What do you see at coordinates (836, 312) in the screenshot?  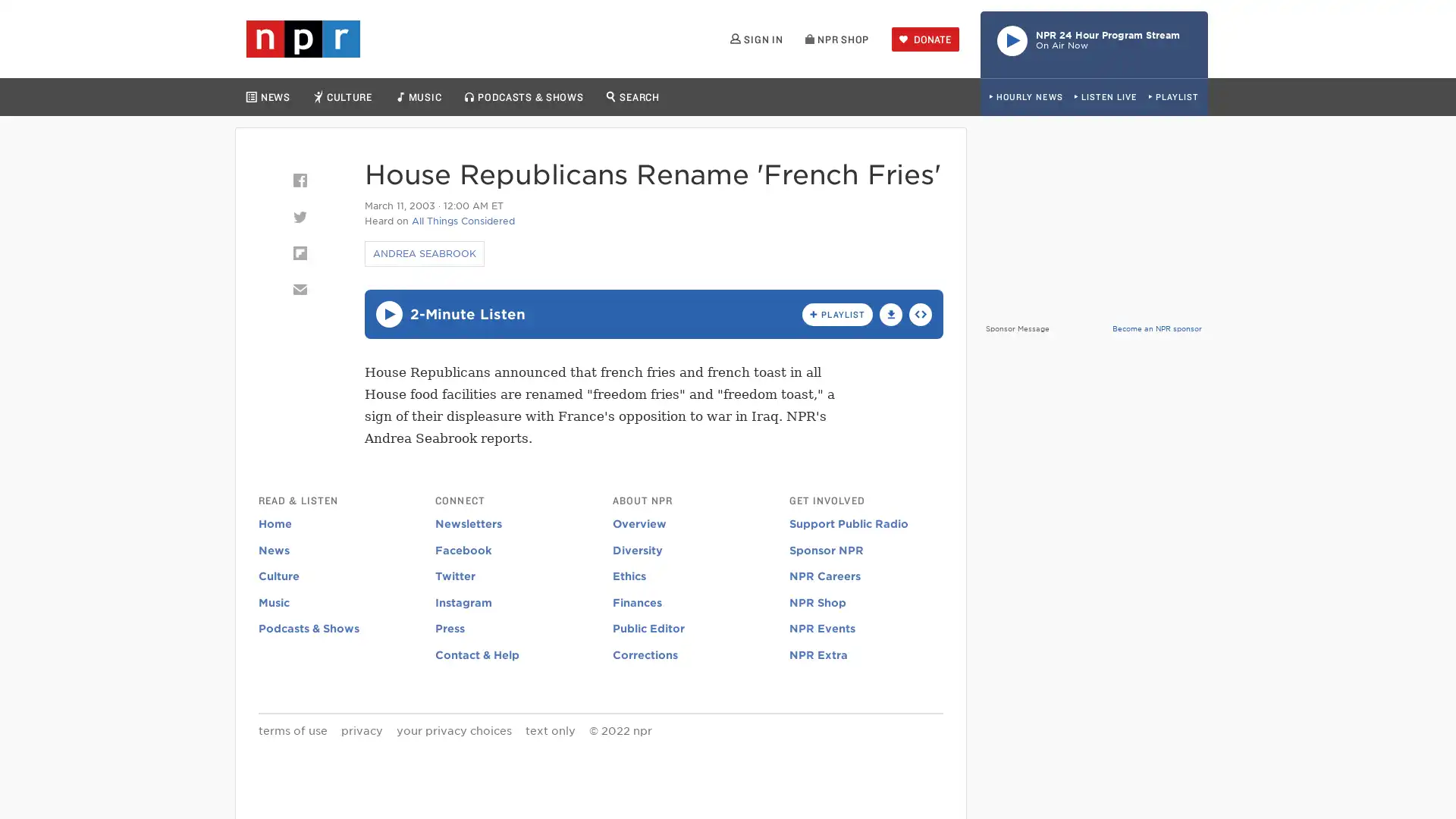 I see `Add to PLAYLIST` at bounding box center [836, 312].